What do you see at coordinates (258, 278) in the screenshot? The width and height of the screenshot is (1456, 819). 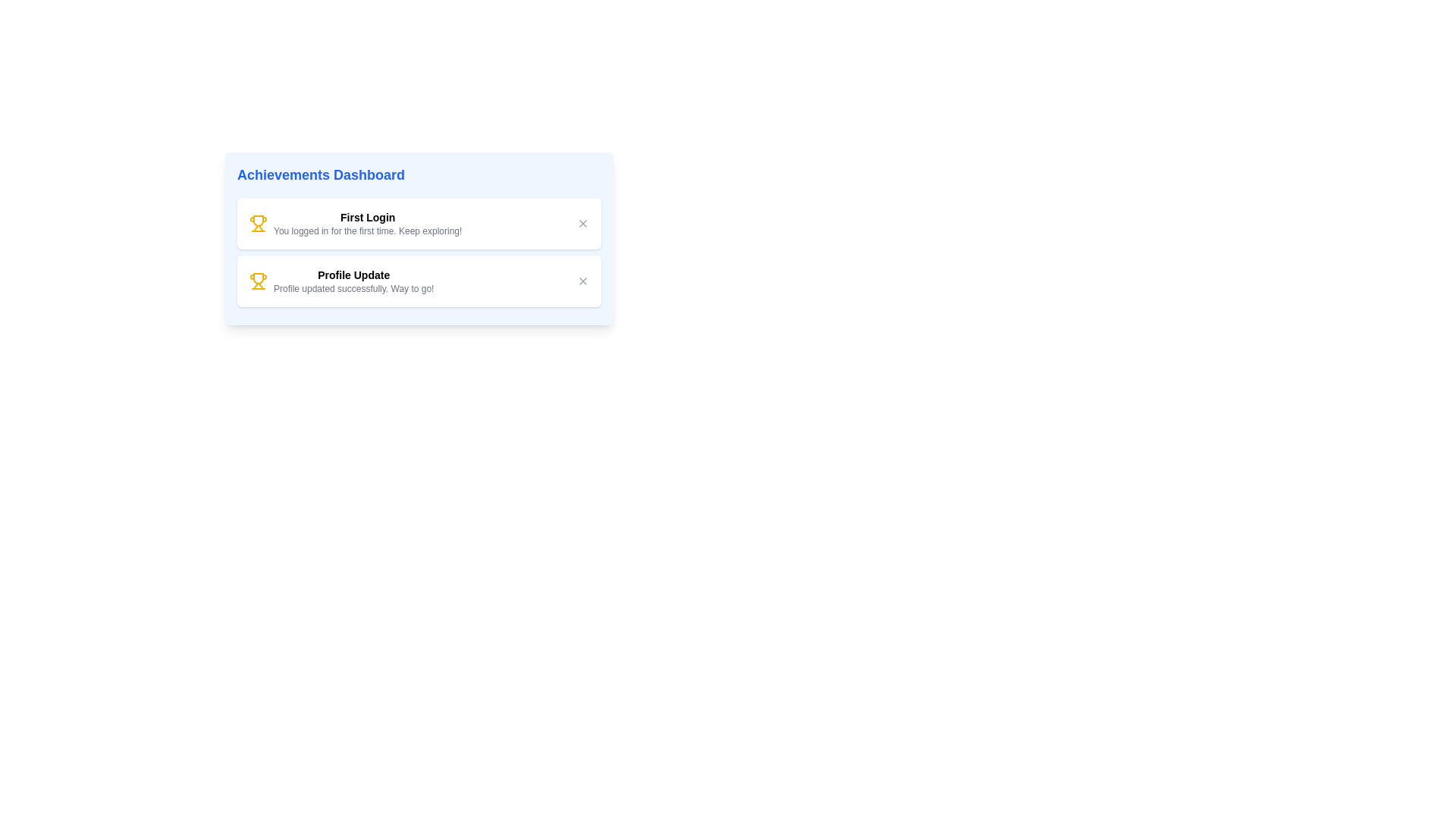 I see `the trophy icon outlined in yellow, located next to the 'First Login' text in the first card of the 'Achievements Dashboard' list` at bounding box center [258, 278].